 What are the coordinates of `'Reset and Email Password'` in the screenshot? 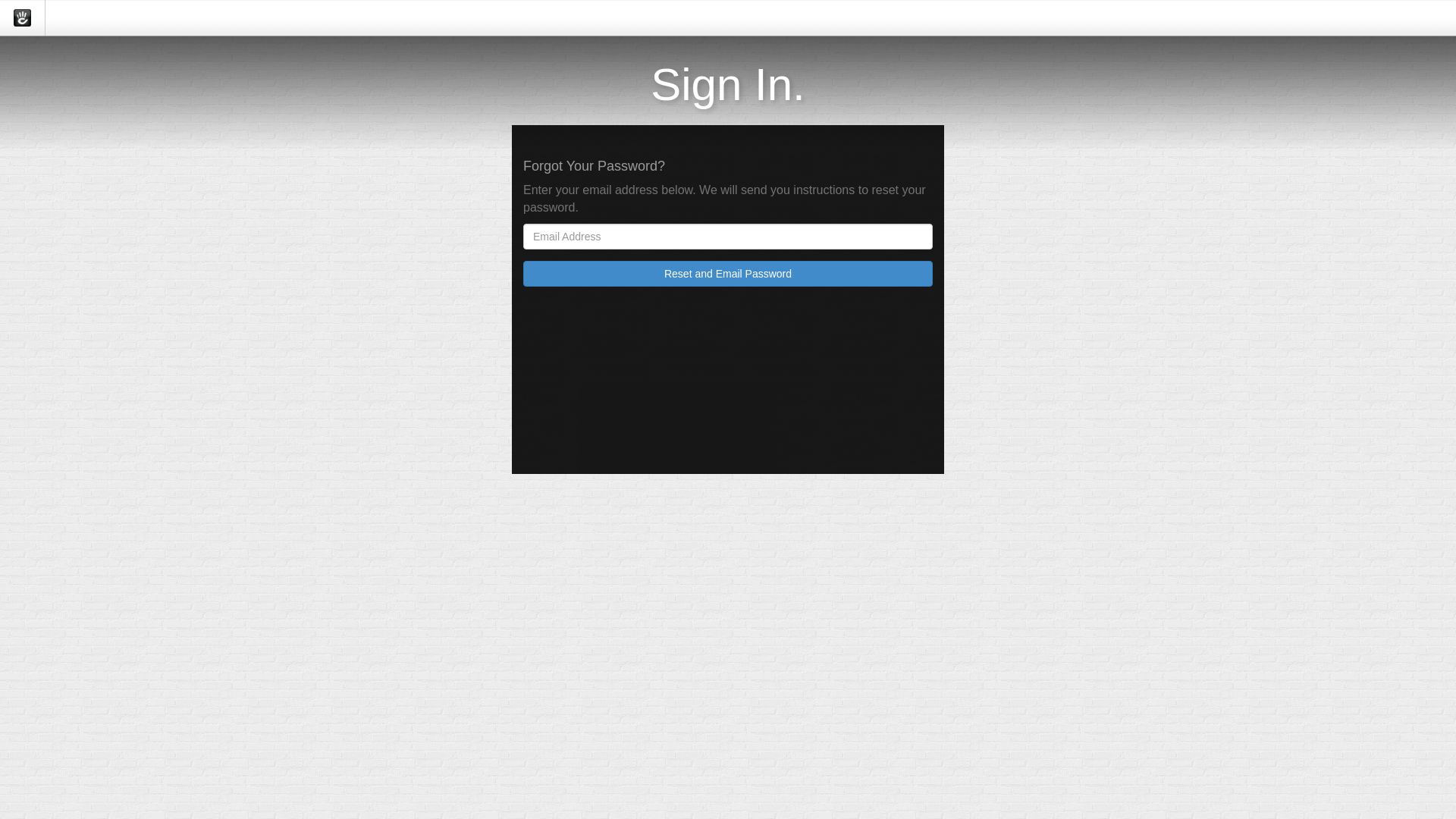 It's located at (728, 274).